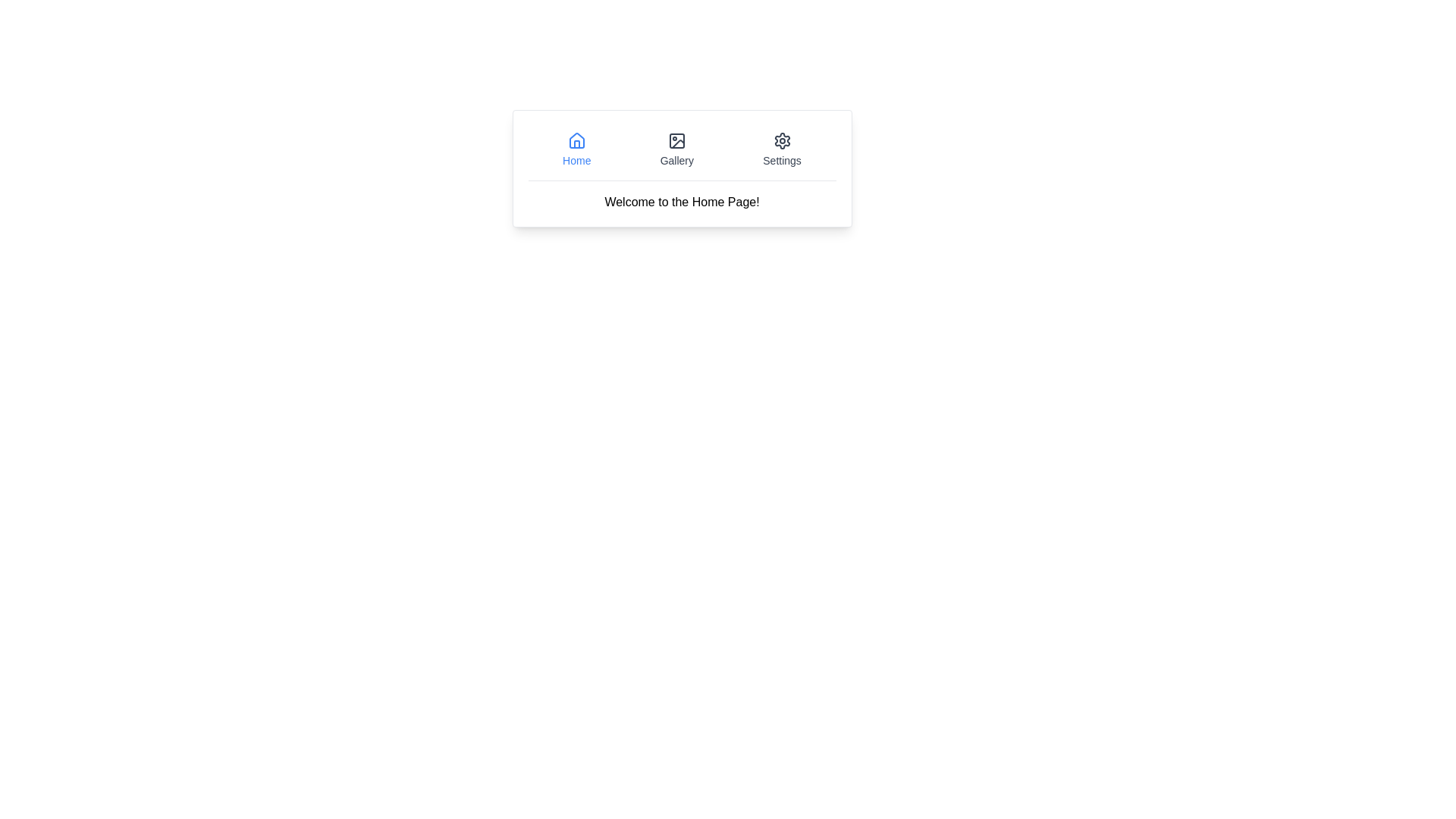  I want to click on the 'Settings' label in the top center navigation bar, so click(782, 161).